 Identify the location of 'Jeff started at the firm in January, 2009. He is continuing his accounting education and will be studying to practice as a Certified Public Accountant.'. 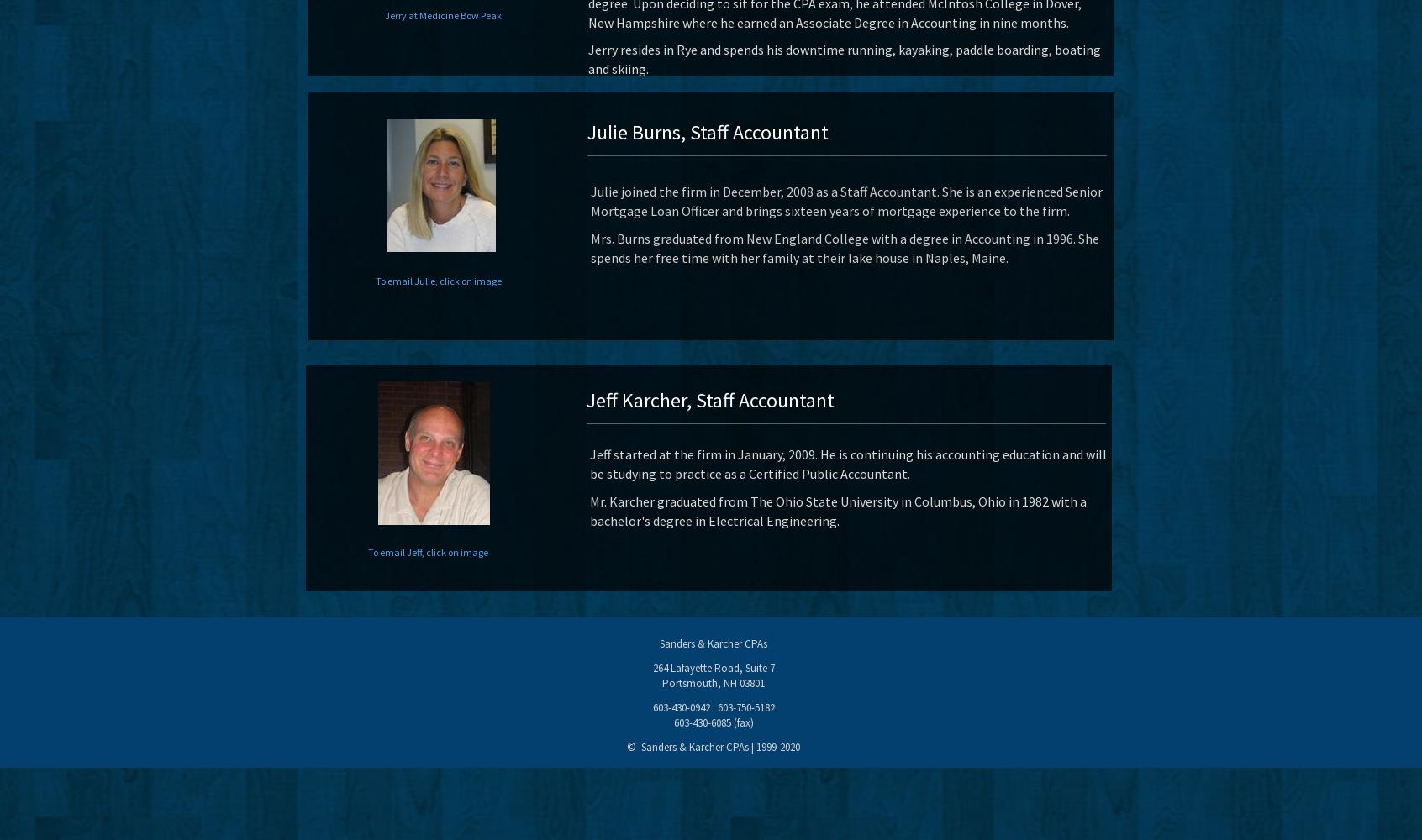
(590, 464).